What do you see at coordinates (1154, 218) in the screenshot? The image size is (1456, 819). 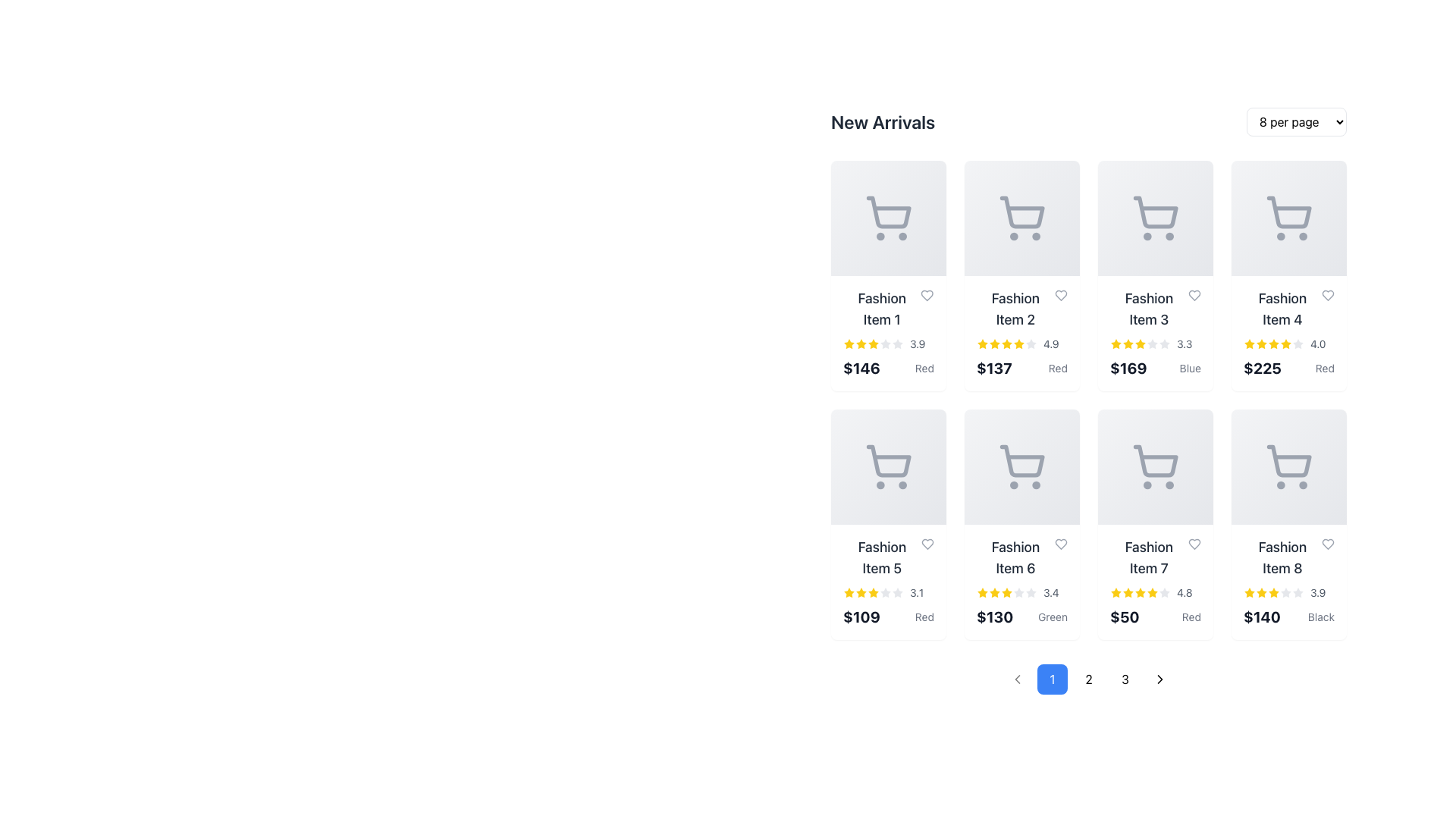 I see `the visual placeholder for the product labeled 'Fashion Item 3' with a light gray background and a shopping cart icon in the New Arrivals section` at bounding box center [1154, 218].